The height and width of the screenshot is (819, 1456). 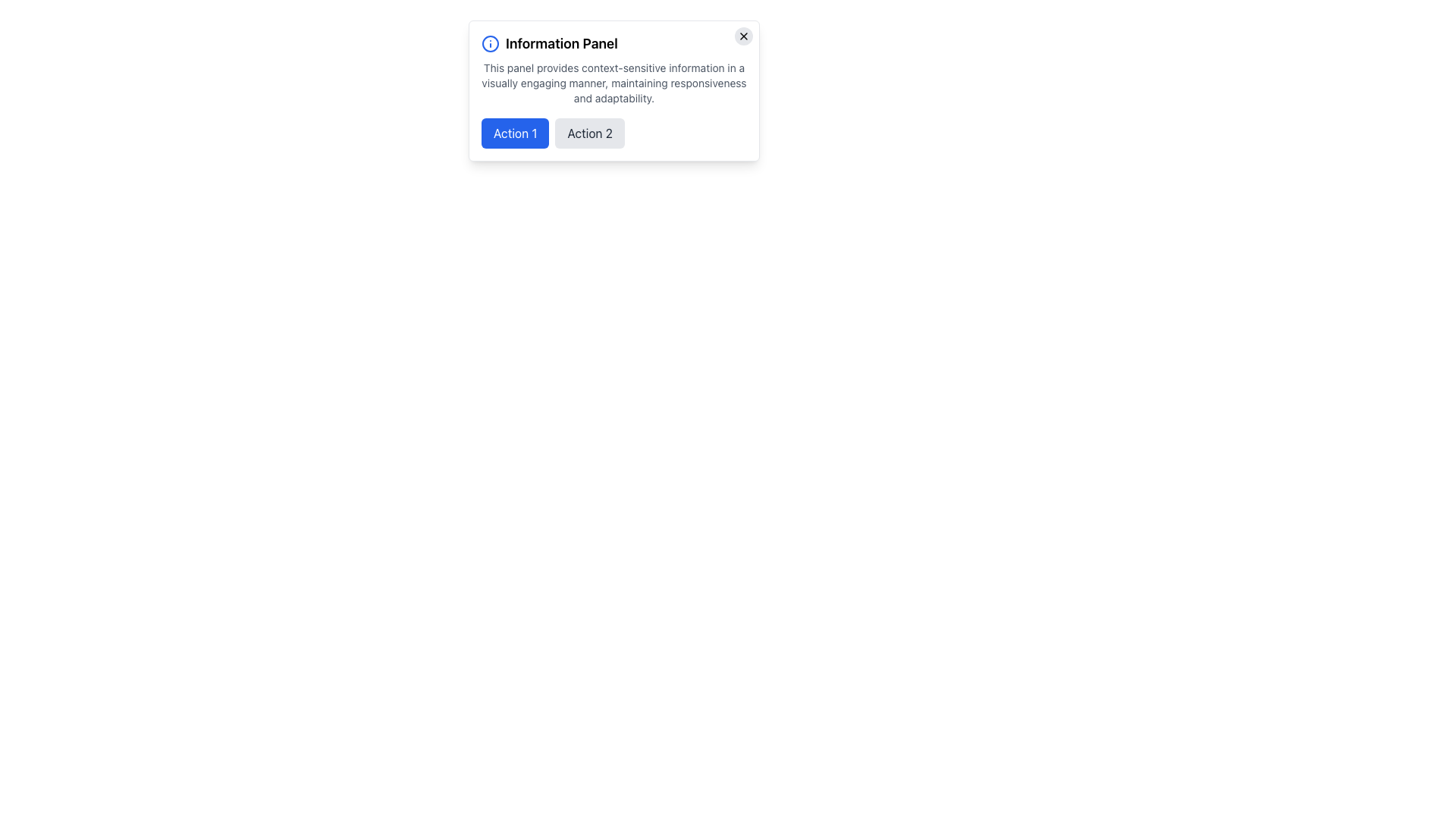 I want to click on the button labeled 'Action 1', so click(x=515, y=133).